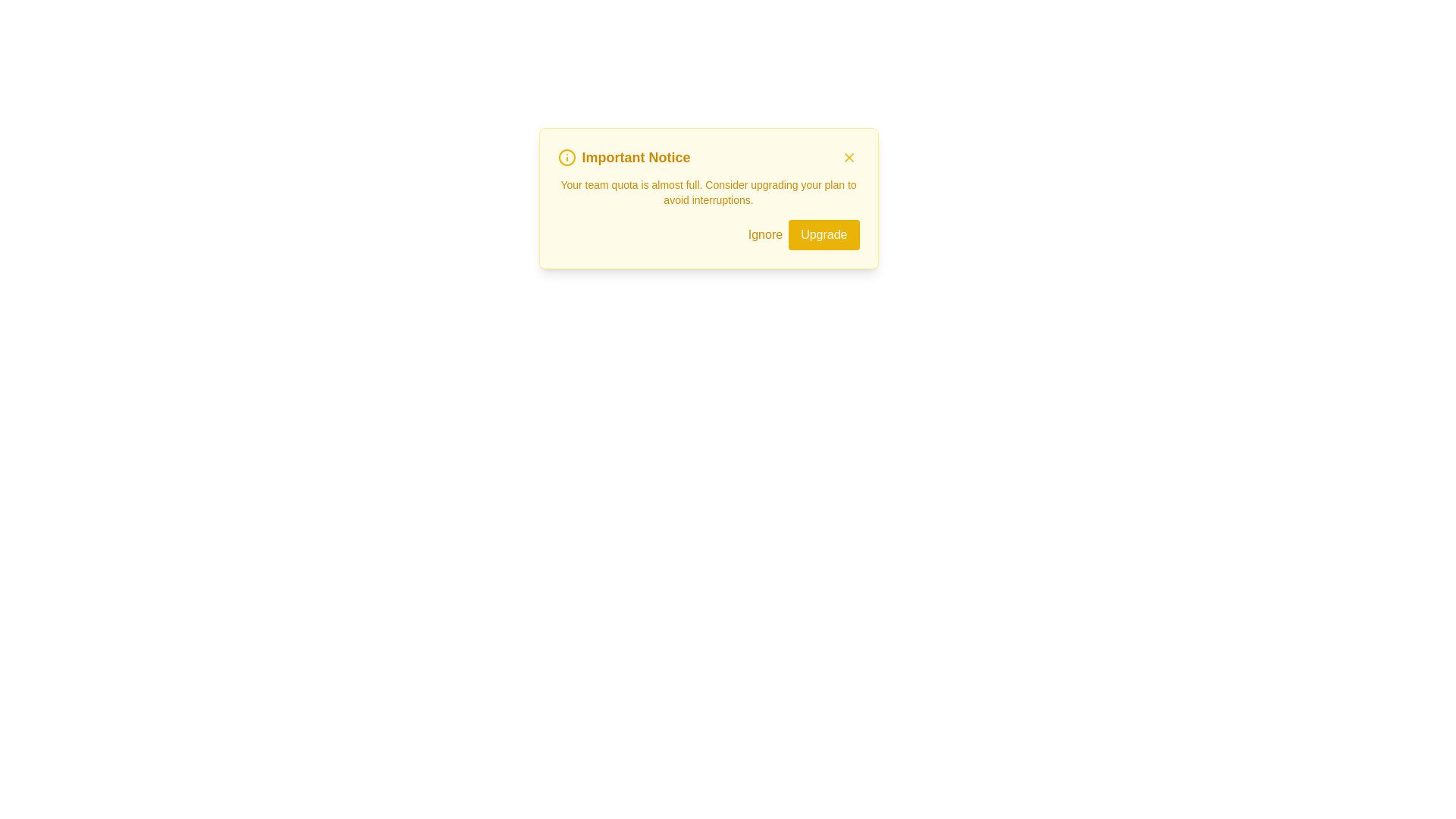  What do you see at coordinates (848, 158) in the screenshot?
I see `the close button located in the top-right corner of the yellow notification box, which serves to dismiss the notification` at bounding box center [848, 158].